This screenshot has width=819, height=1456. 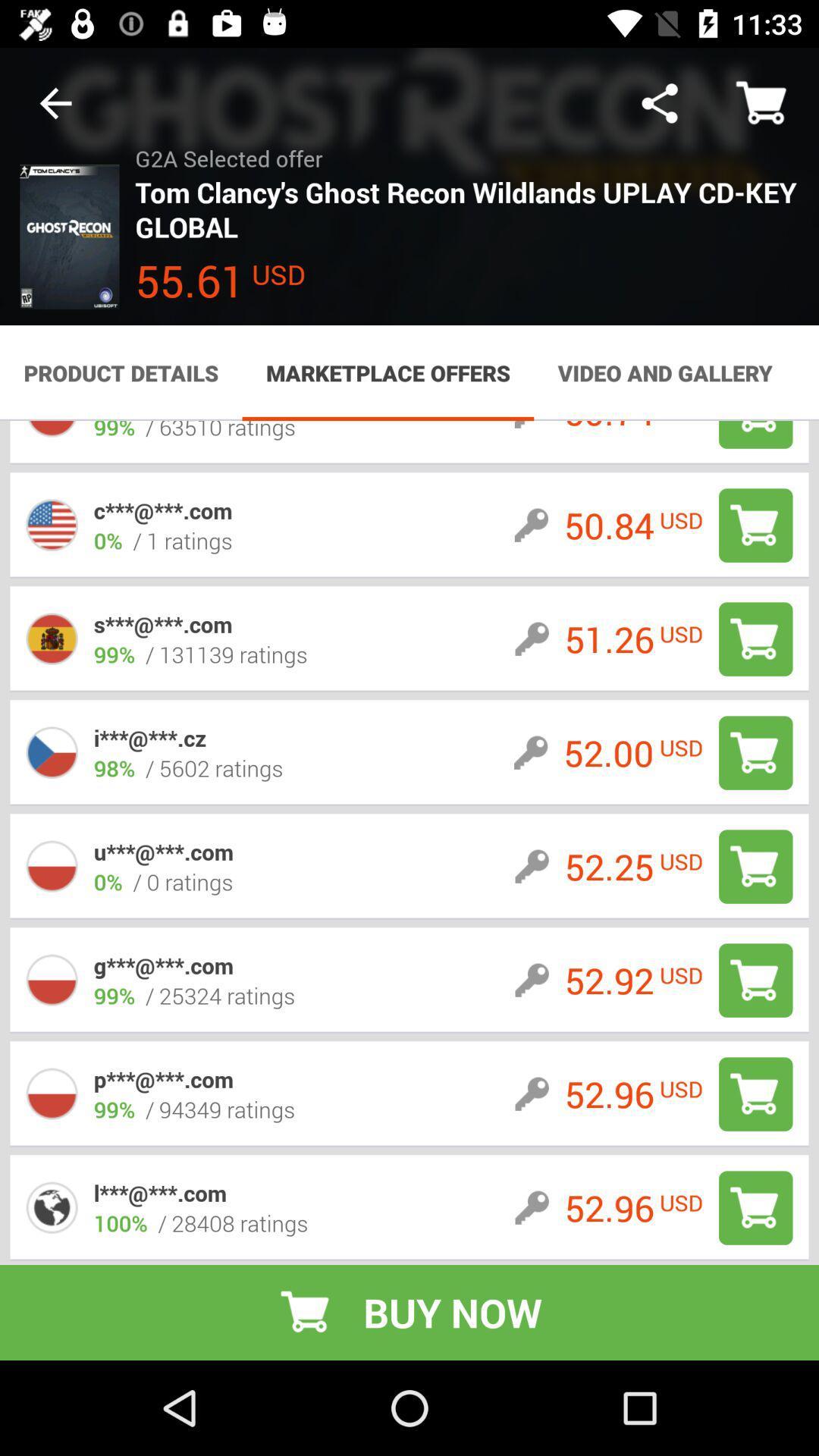 What do you see at coordinates (755, 525) in the screenshot?
I see `to shopping cart` at bounding box center [755, 525].